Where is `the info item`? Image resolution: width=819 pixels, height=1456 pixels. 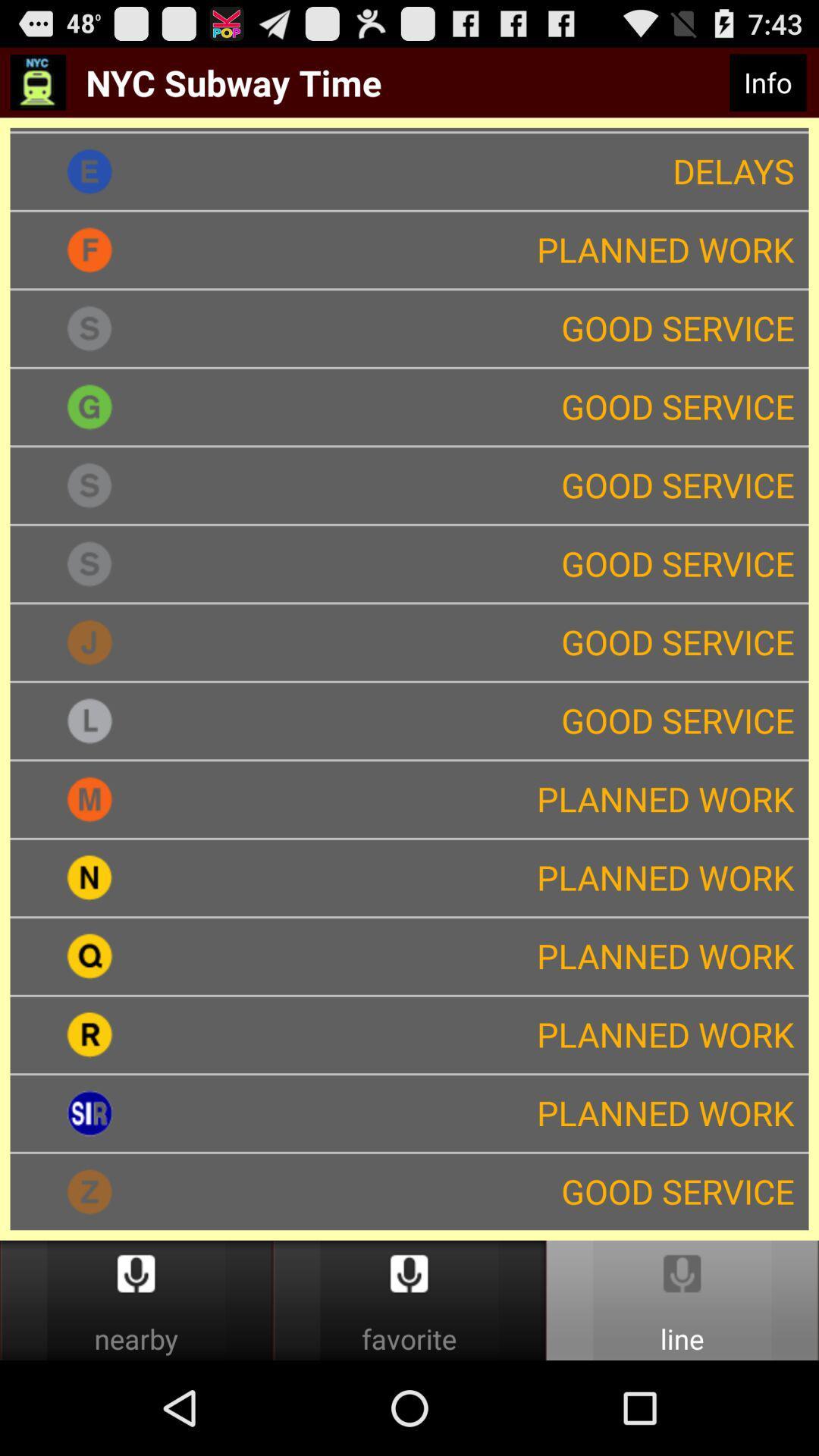 the info item is located at coordinates (767, 82).